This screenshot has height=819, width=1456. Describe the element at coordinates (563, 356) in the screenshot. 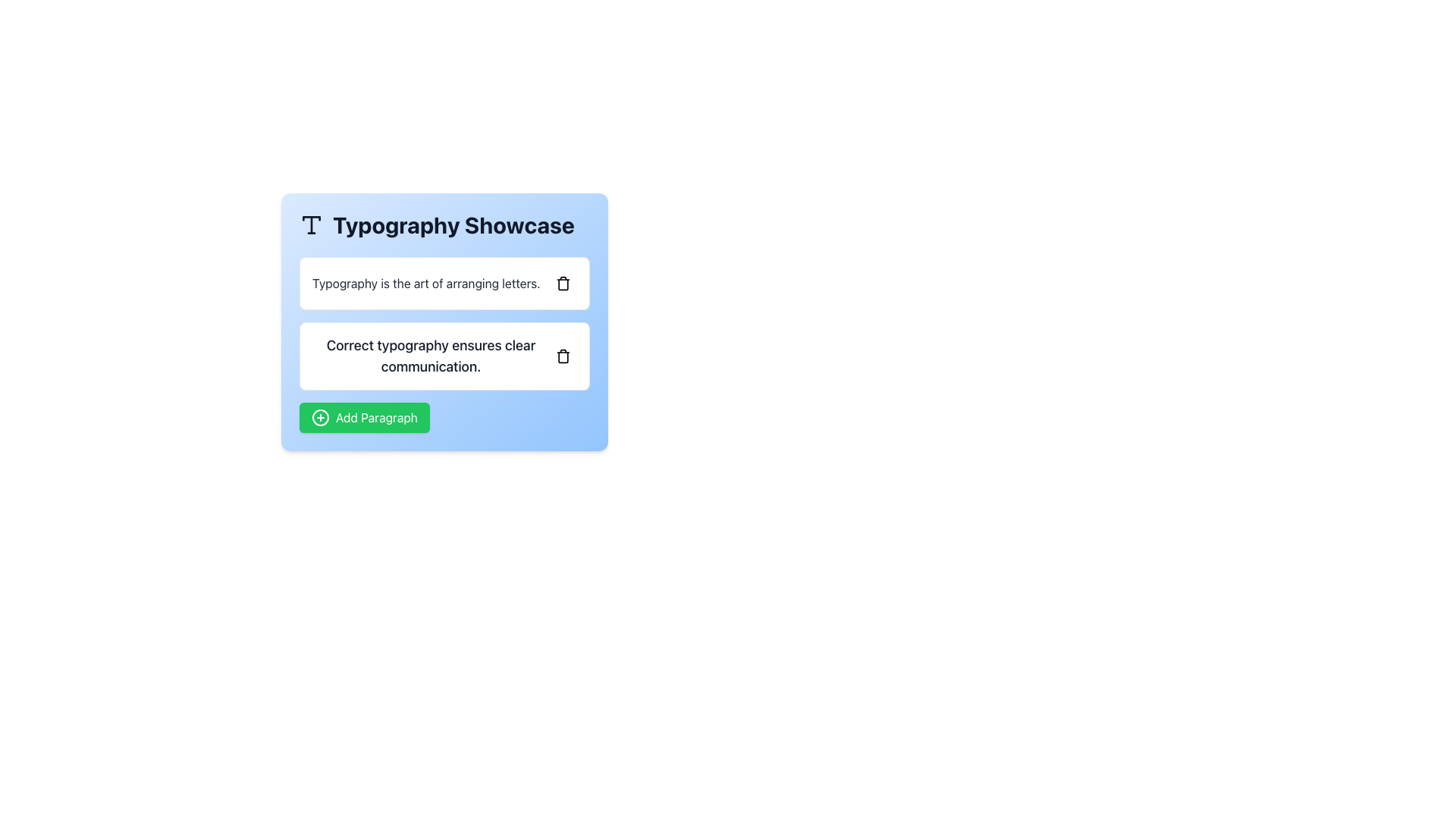

I see `the trash bin icon button located in the lower-right area of the second text entry field` at that location.